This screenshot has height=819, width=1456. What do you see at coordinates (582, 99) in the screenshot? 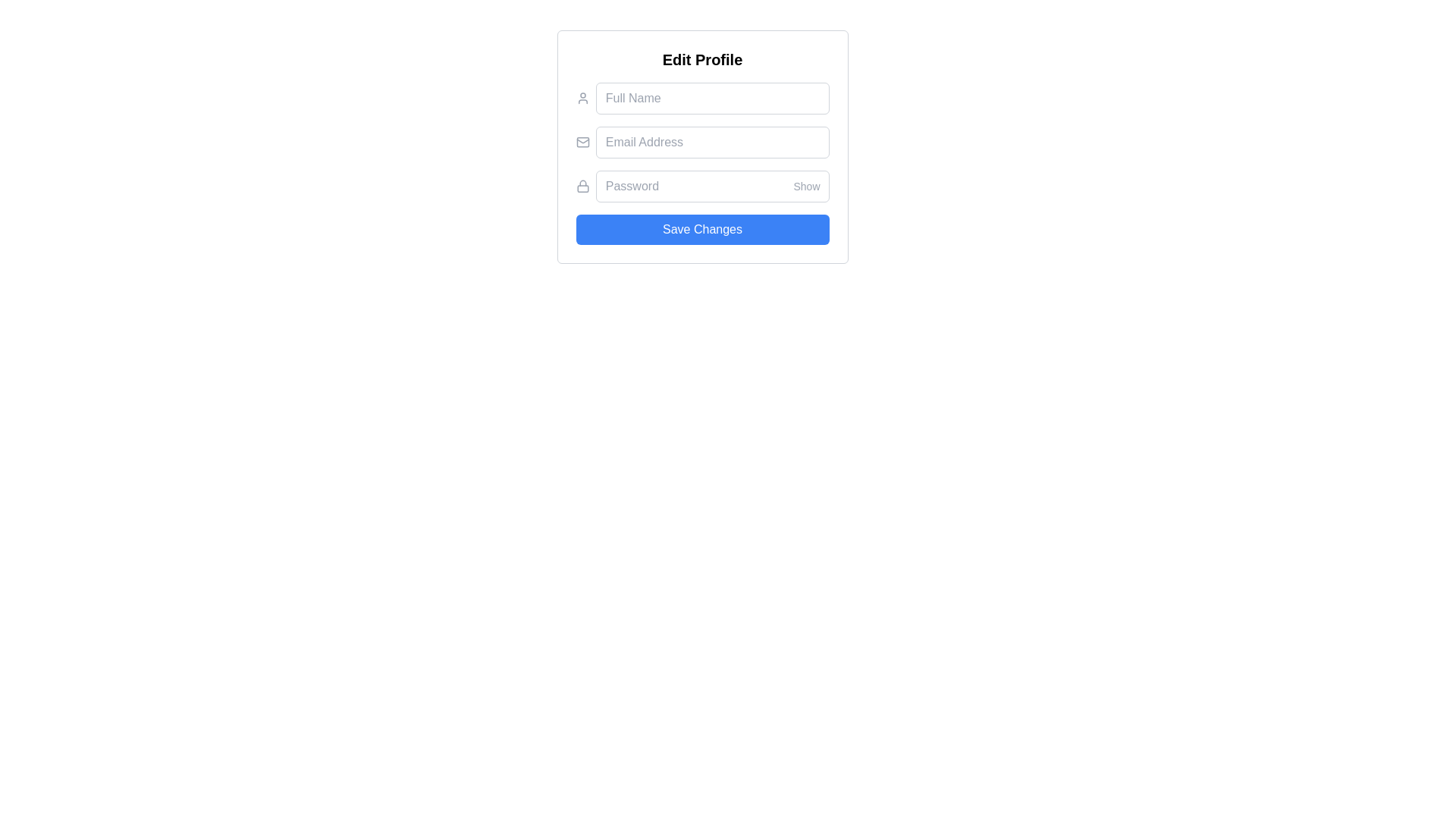
I see `the icon that visually indicates the context of the 'Full Name' input field, located at the top left of the form` at bounding box center [582, 99].